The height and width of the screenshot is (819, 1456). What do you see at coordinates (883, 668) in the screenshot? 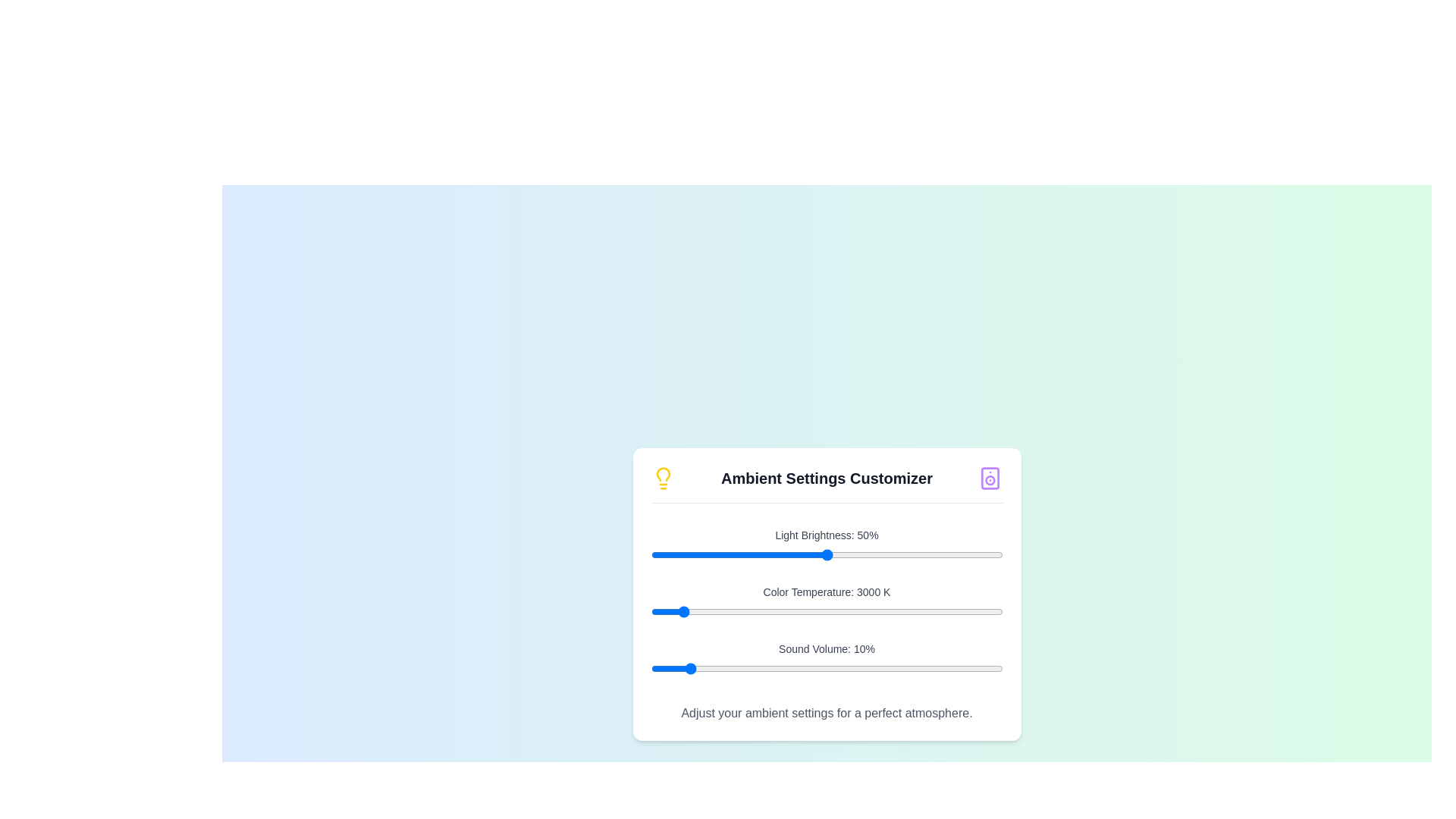
I see `the sound volume` at bounding box center [883, 668].